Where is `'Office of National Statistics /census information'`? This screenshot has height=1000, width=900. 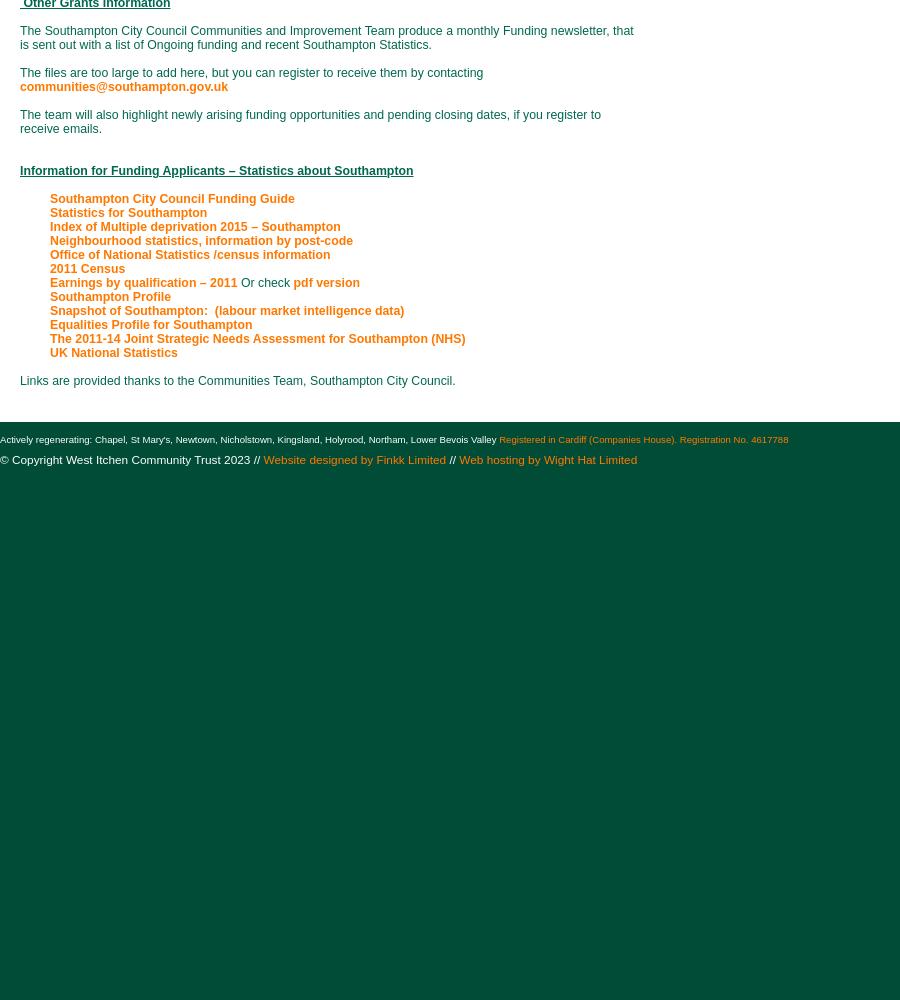 'Office of National Statistics /census information' is located at coordinates (189, 255).